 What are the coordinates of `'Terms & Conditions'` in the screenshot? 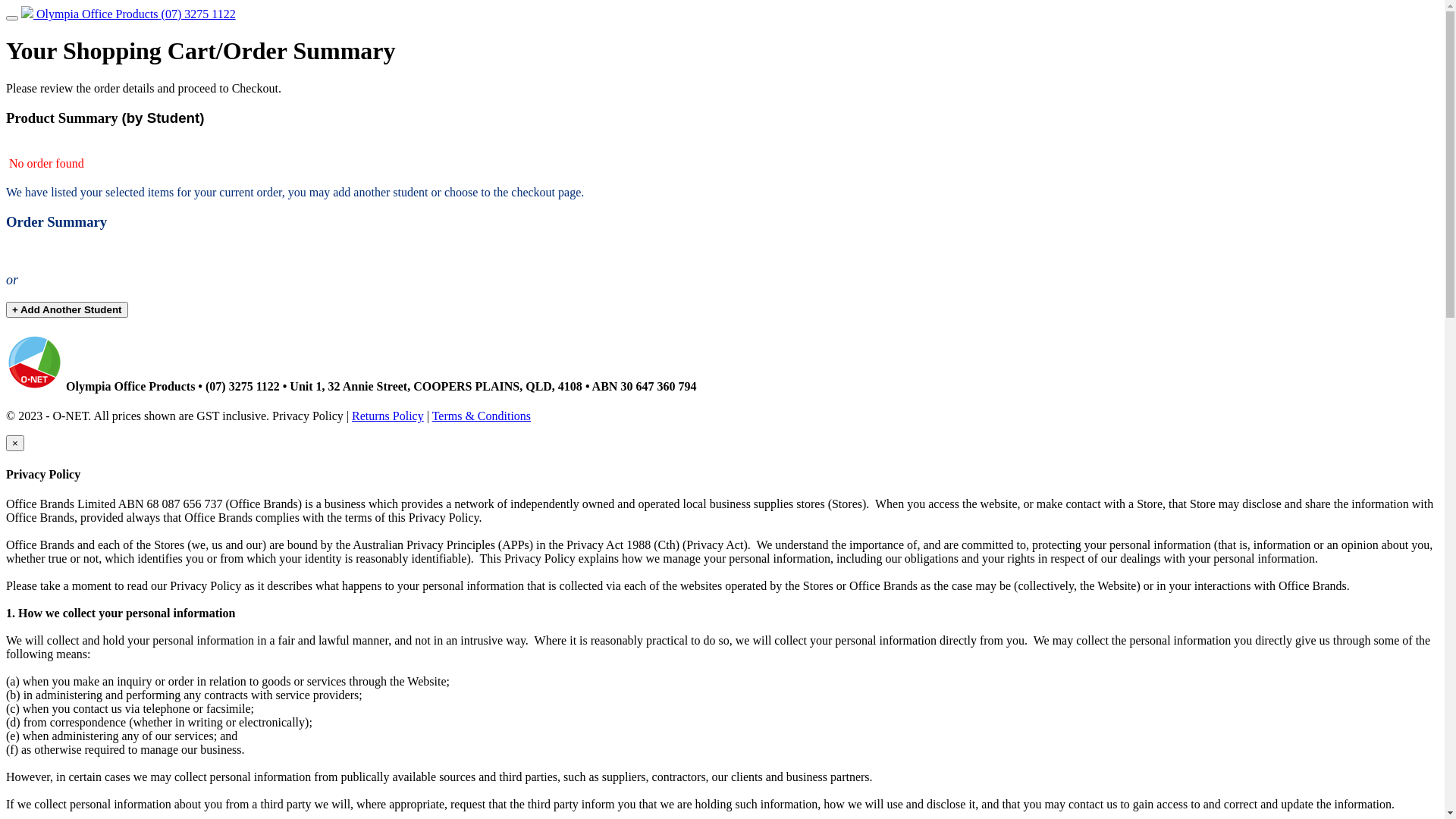 It's located at (431, 416).